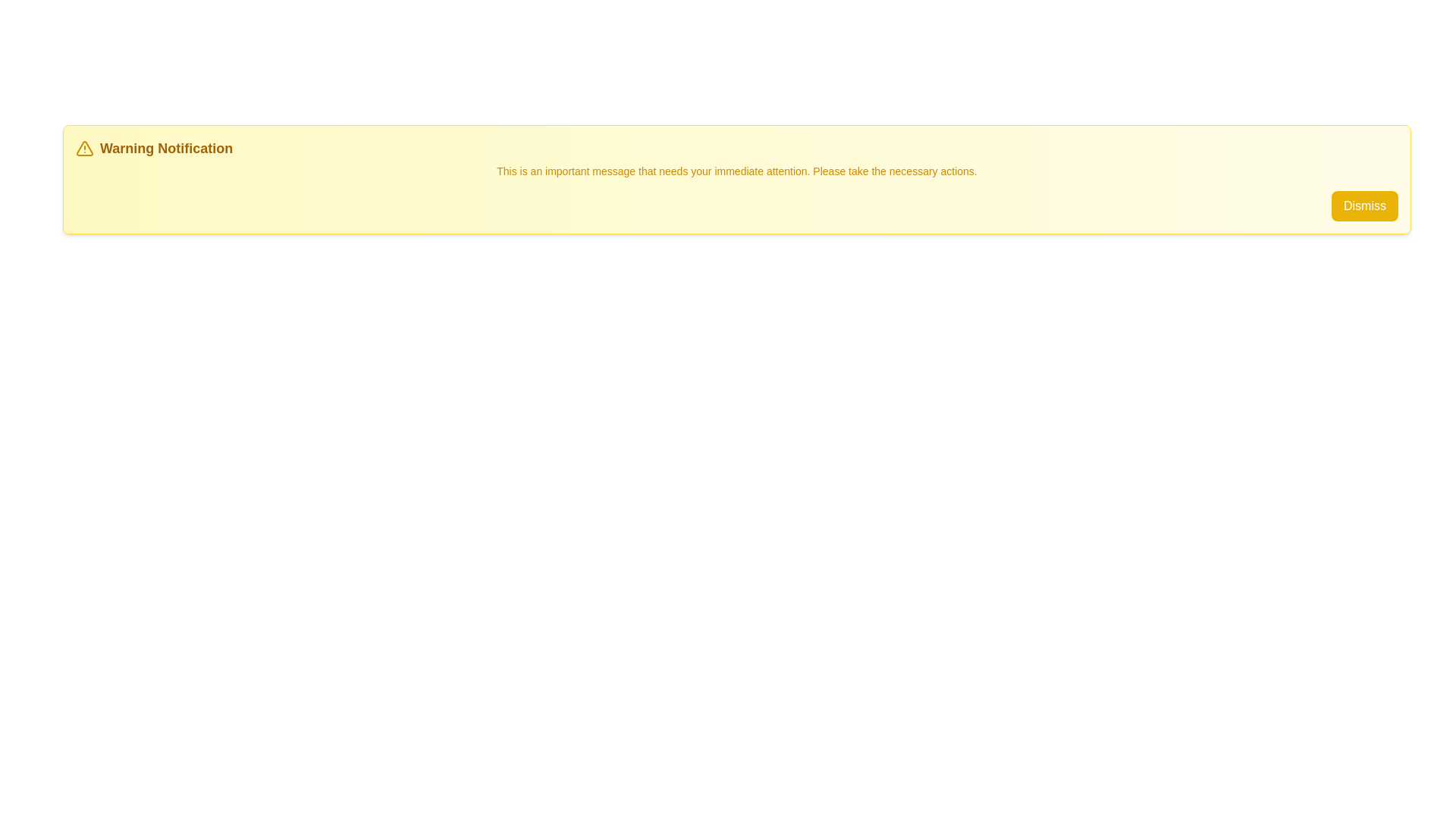 Image resolution: width=1456 pixels, height=819 pixels. What do you see at coordinates (166, 149) in the screenshot?
I see `warning text label located near the top-left corner of the notification banner, adjacent to the warning icon` at bounding box center [166, 149].